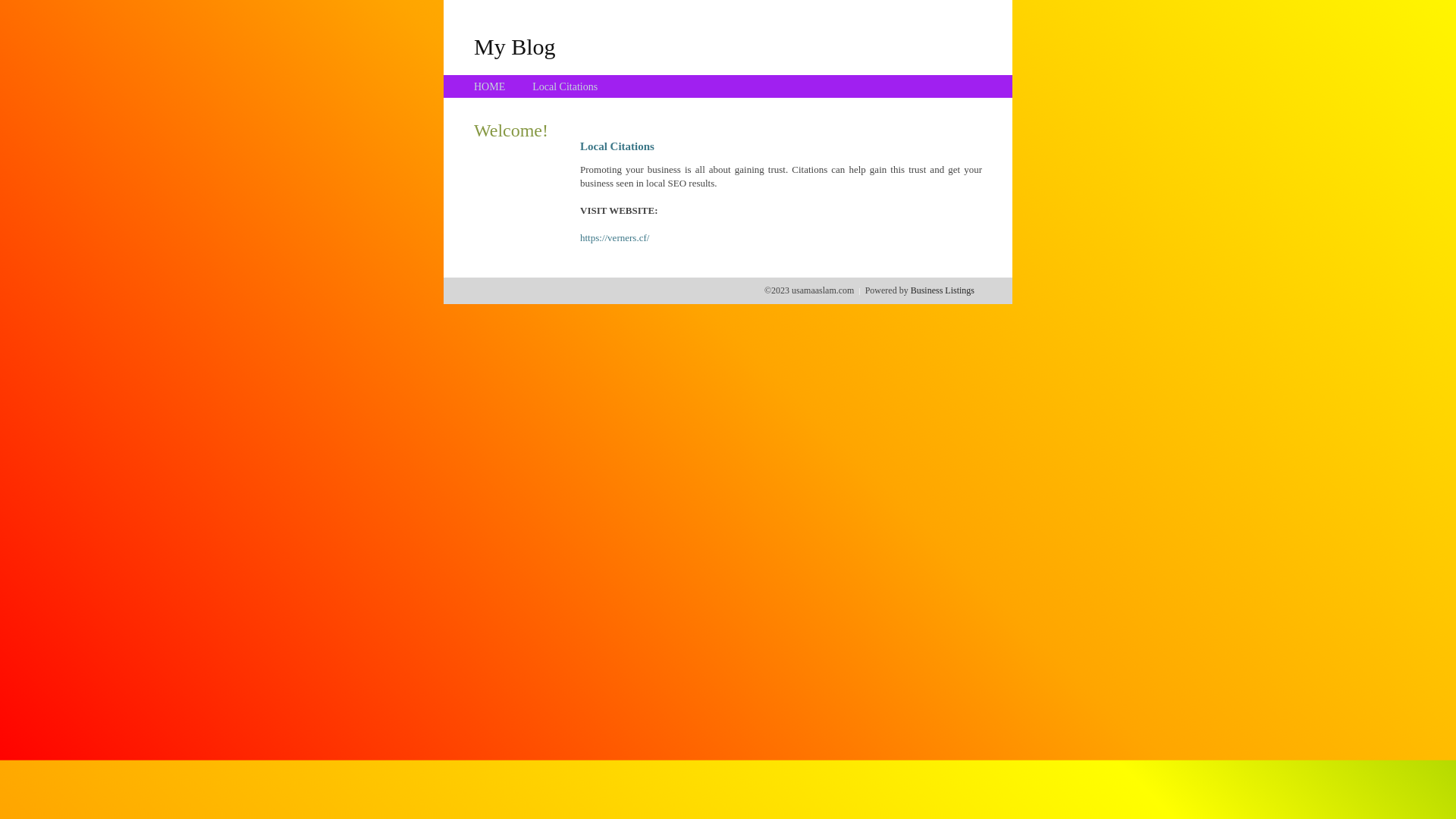  What do you see at coordinates (614, 237) in the screenshot?
I see `'https://verners.cf/'` at bounding box center [614, 237].